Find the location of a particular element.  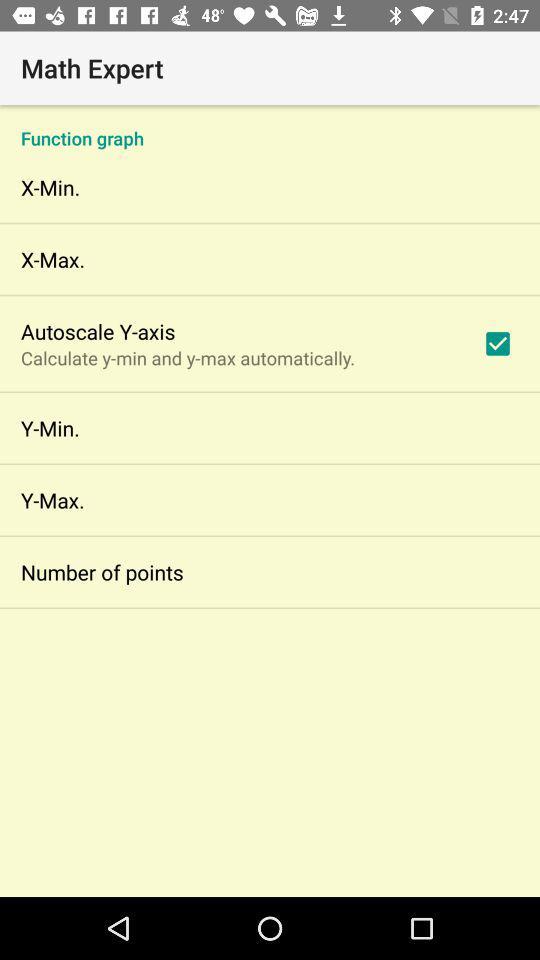

the number of points is located at coordinates (102, 572).